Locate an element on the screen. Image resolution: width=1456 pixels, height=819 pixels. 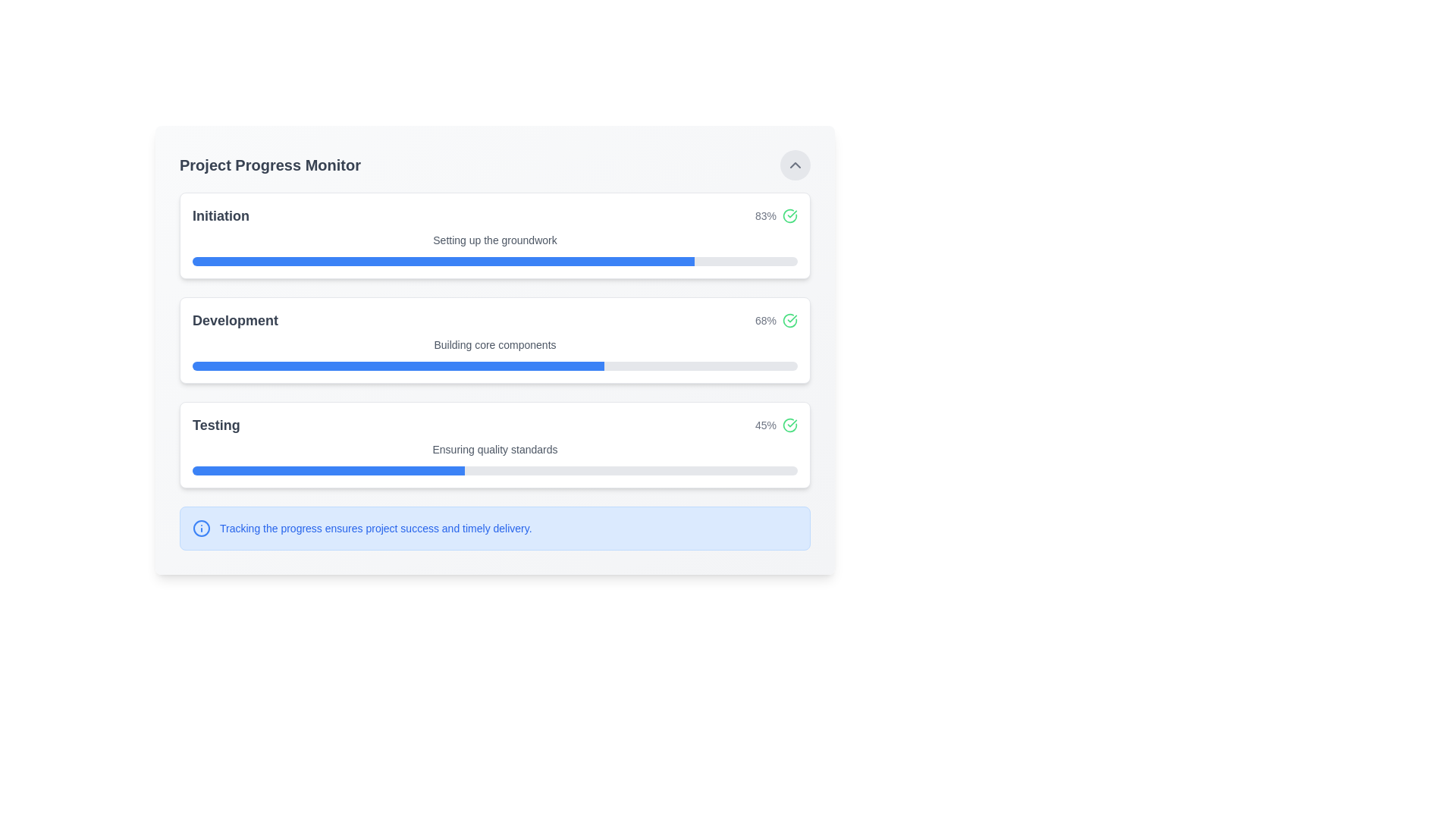
the text label reading 'Testing' which is styled with a large bold font and gray color, located in the third progress section above the progress bar is located at coordinates (215, 425).